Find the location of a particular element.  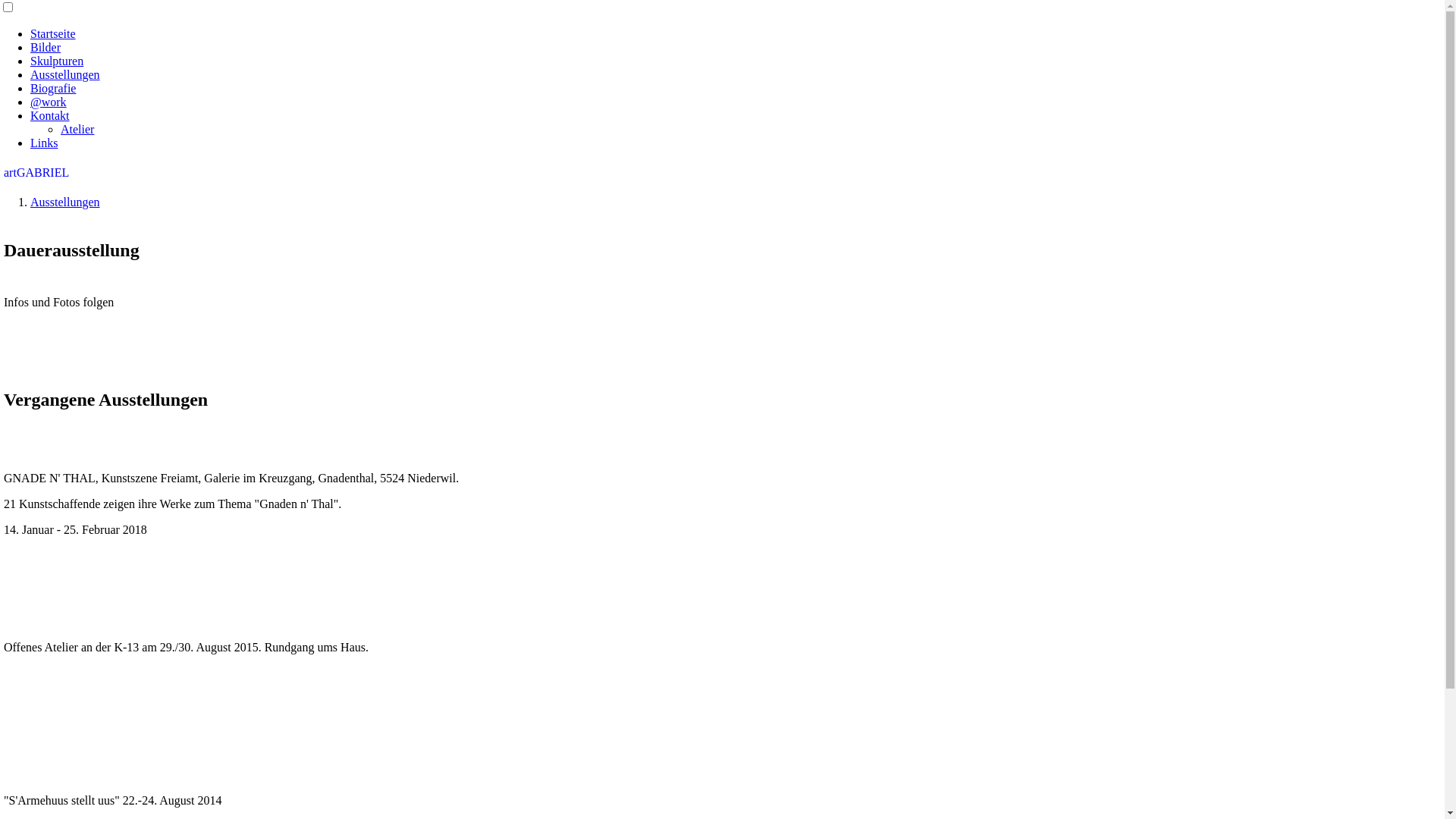

'@work' is located at coordinates (48, 102).